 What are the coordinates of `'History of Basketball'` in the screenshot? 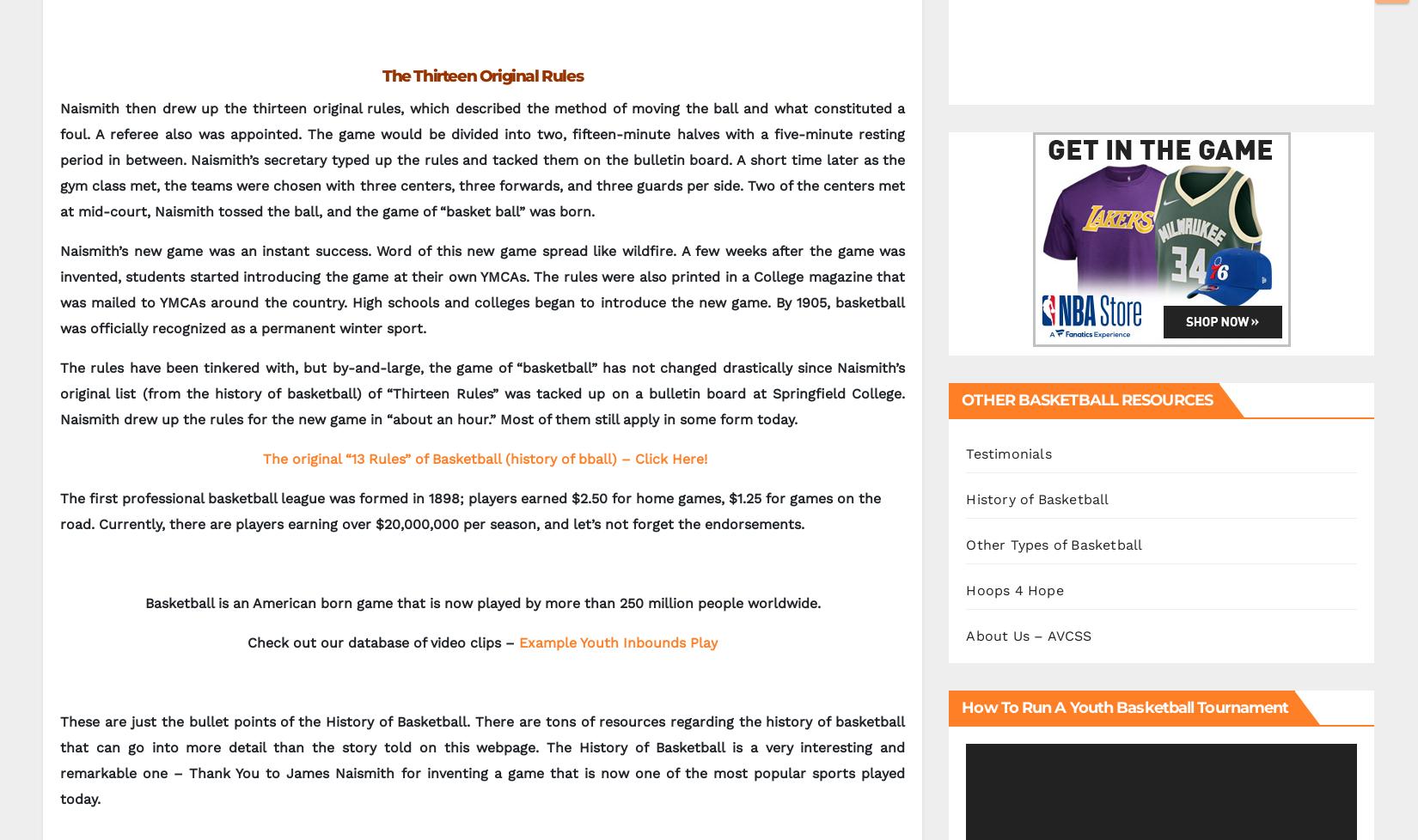 It's located at (1036, 499).